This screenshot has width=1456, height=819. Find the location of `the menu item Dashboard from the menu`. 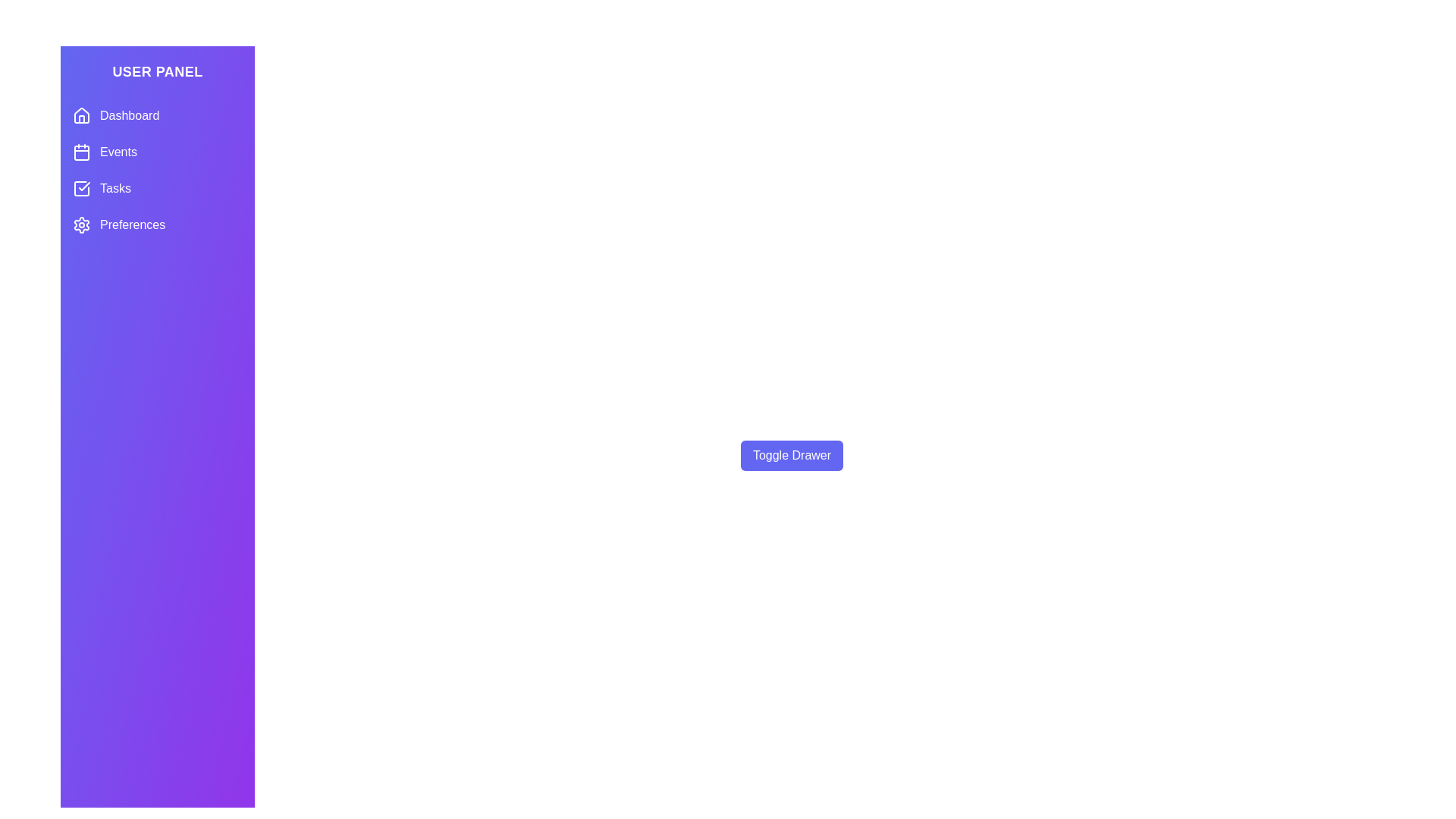

the menu item Dashboard from the menu is located at coordinates (157, 115).